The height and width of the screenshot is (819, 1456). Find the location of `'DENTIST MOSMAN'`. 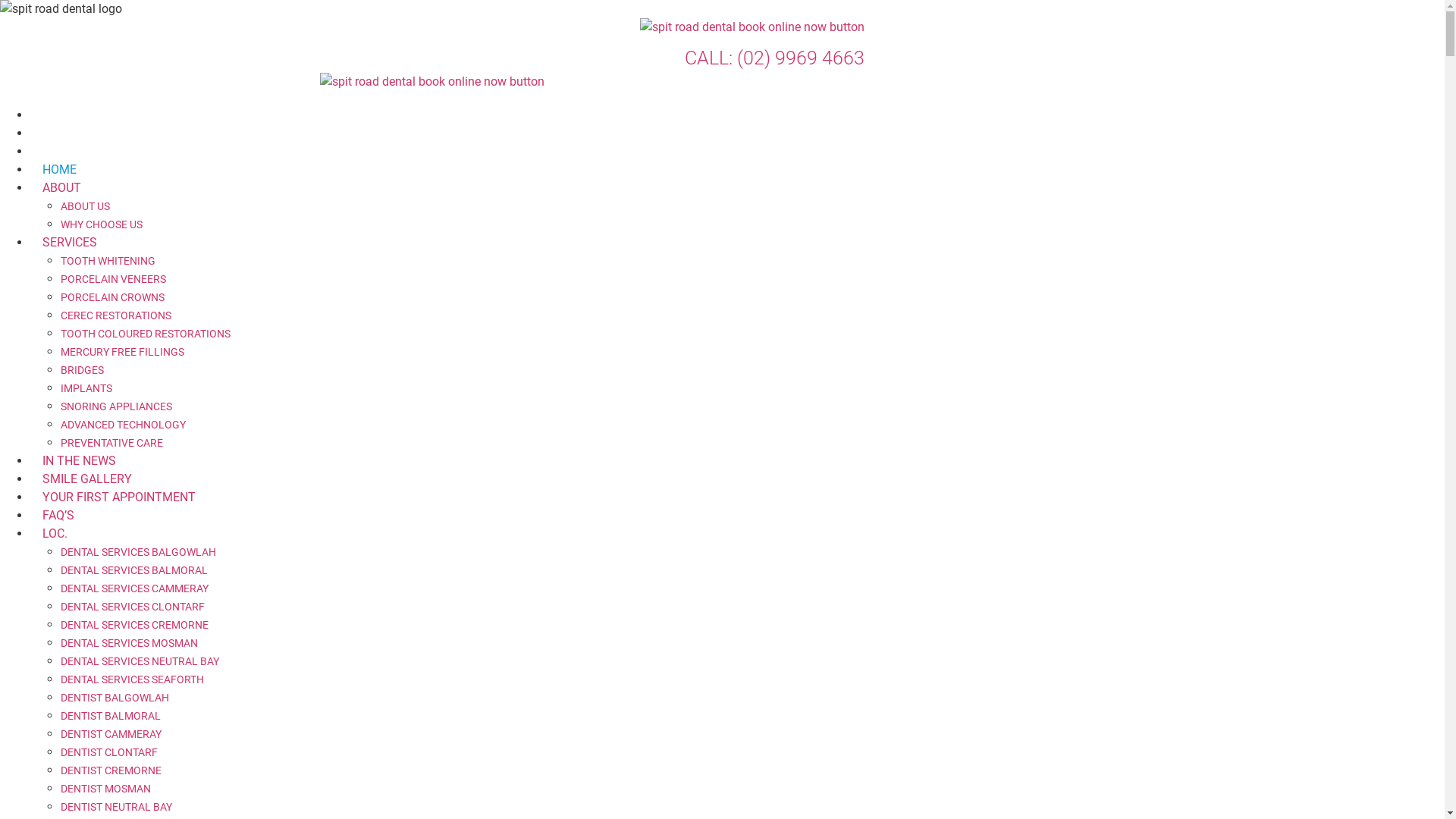

'DENTIST MOSMAN' is located at coordinates (61, 788).